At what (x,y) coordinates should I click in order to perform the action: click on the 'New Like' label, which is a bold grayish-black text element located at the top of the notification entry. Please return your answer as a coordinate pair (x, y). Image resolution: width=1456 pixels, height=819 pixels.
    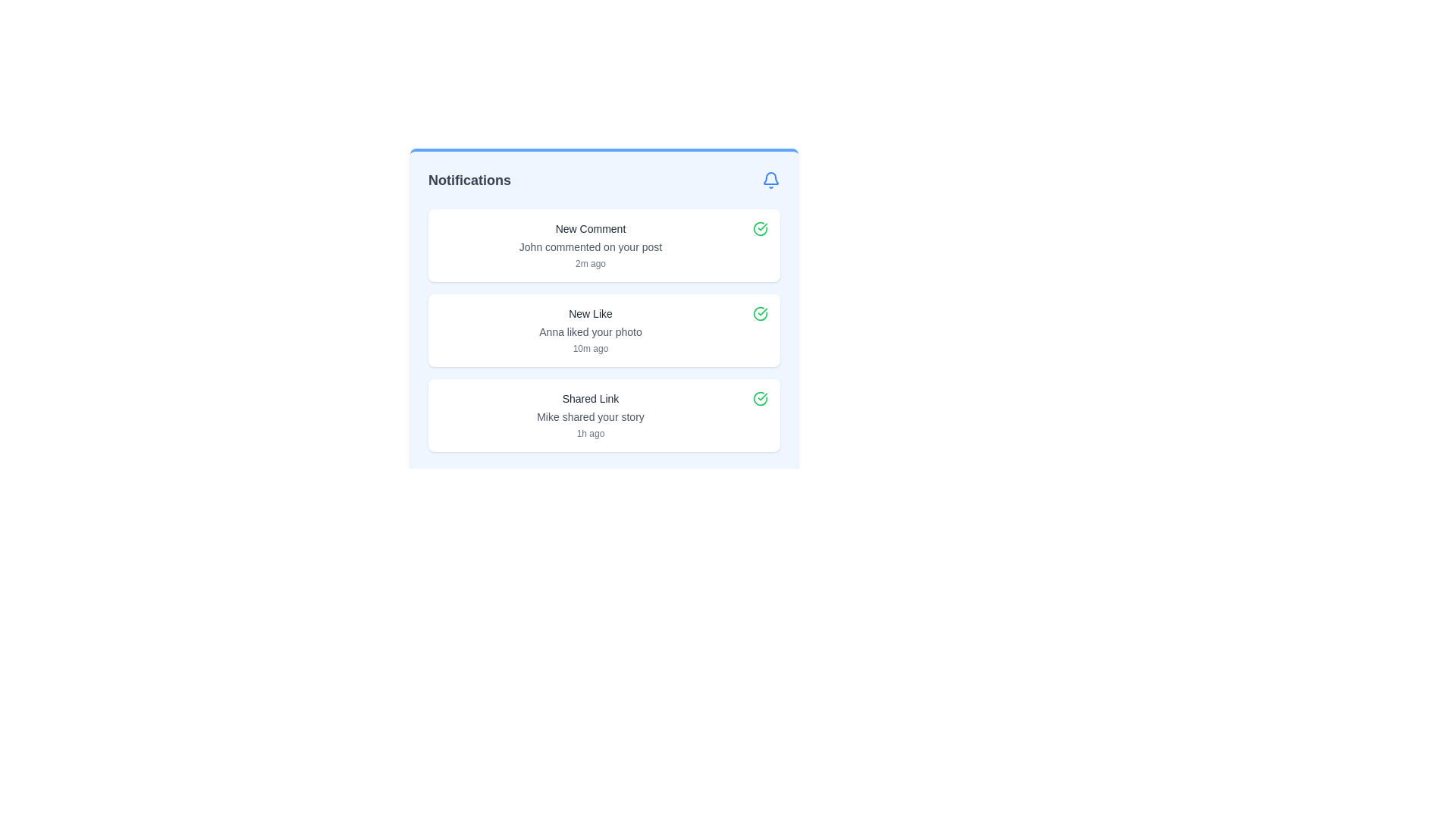
    Looking at the image, I should click on (589, 312).